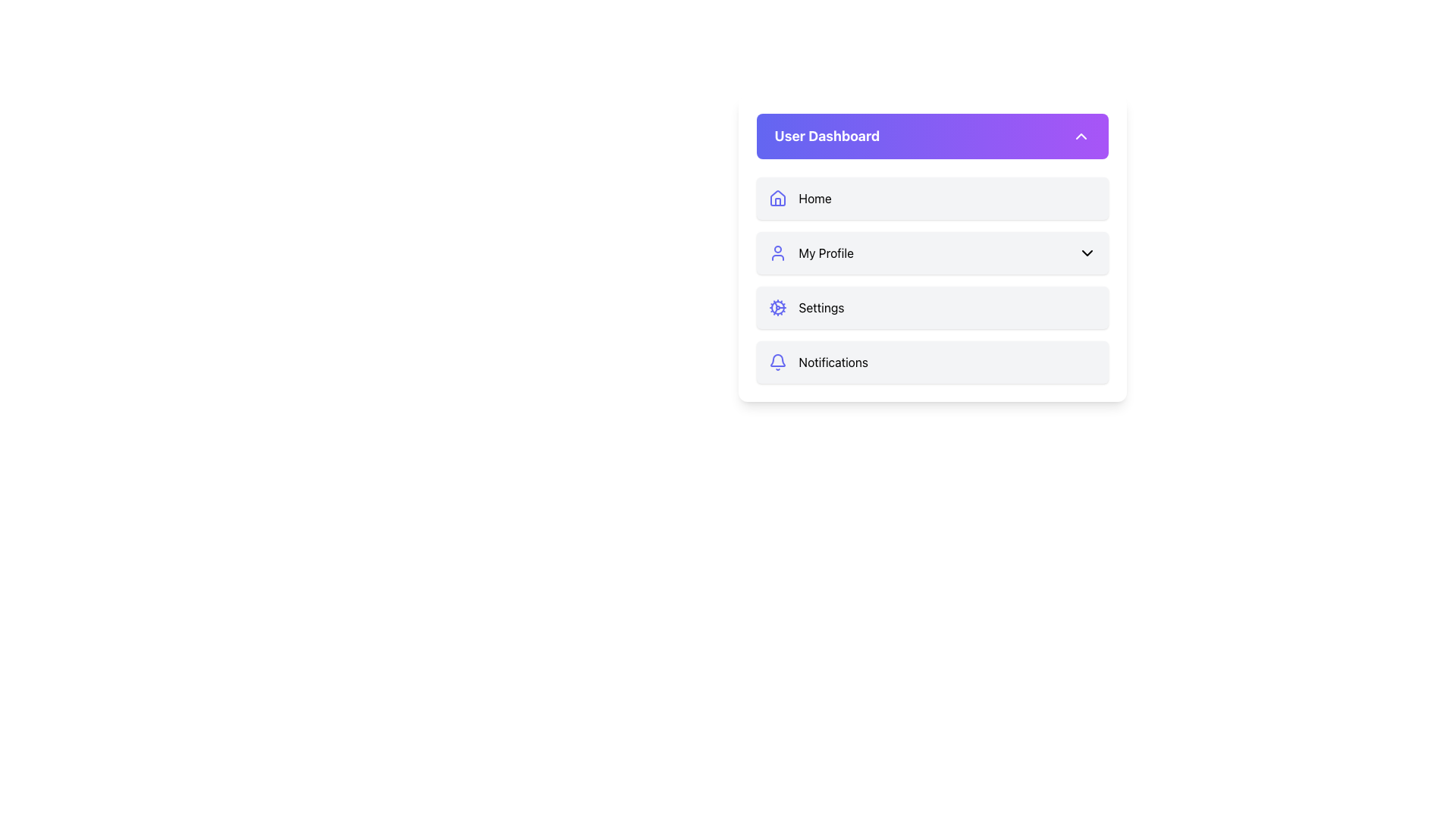  What do you see at coordinates (1080, 136) in the screenshot?
I see `the small upward-pointing chevron icon button located on the far right side of the purple header bar labeled 'User Dashboard'` at bounding box center [1080, 136].